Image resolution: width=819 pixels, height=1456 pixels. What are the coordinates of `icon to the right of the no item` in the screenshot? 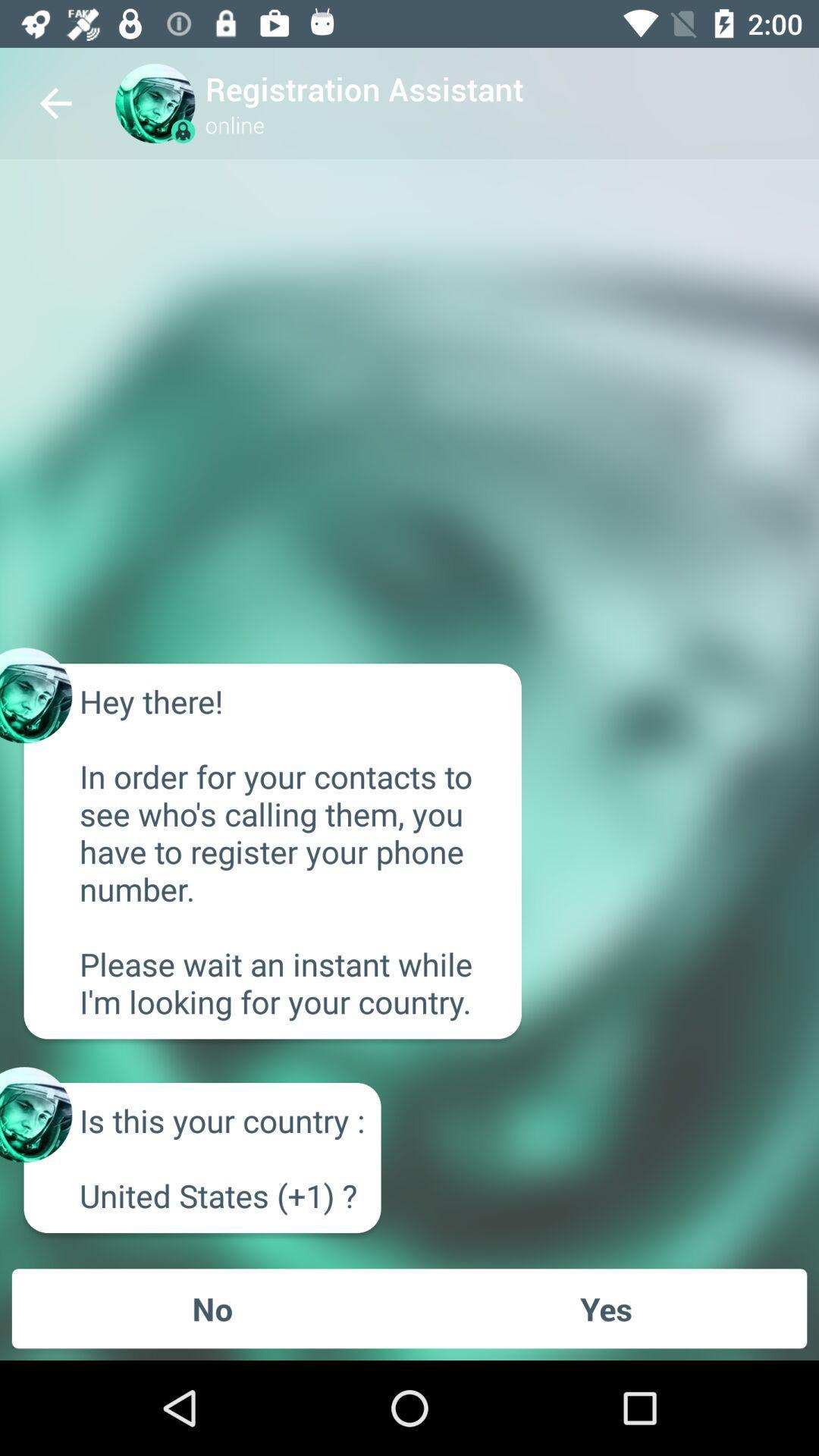 It's located at (605, 1307).